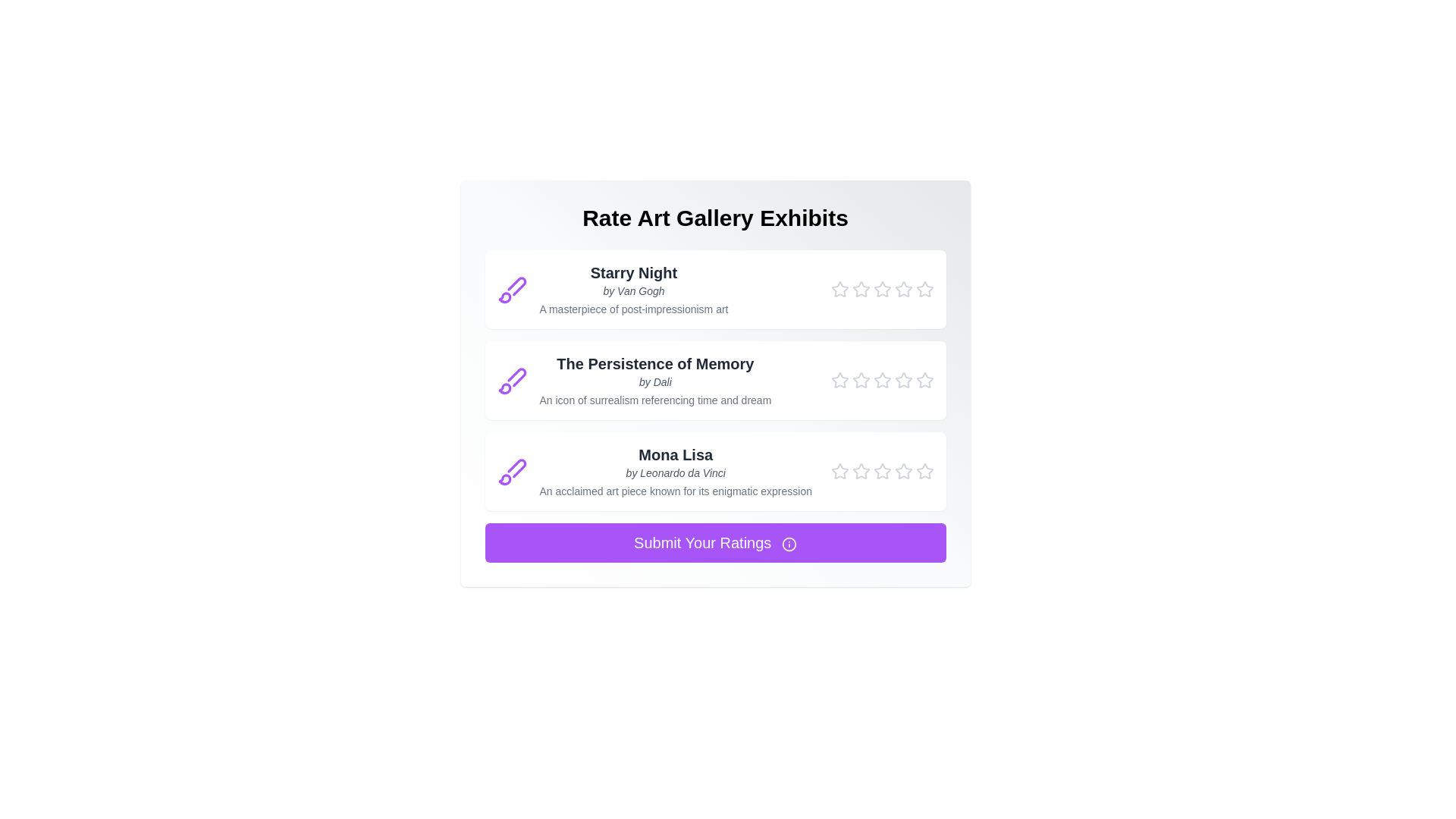  I want to click on the star corresponding to 5 for the painting titled Starry Night to set its rating, so click(924, 289).